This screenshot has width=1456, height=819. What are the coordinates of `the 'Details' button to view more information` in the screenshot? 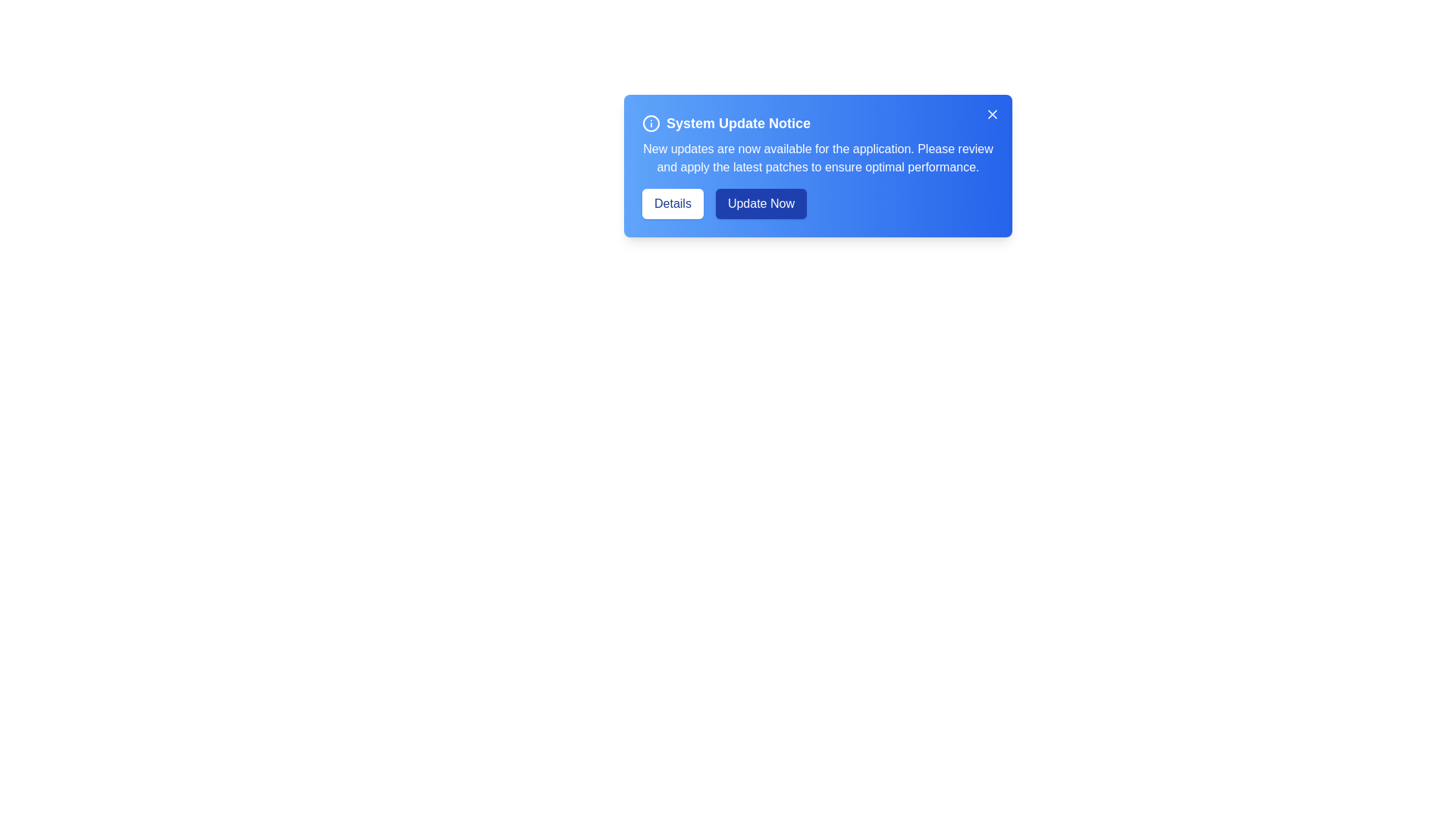 It's located at (672, 203).